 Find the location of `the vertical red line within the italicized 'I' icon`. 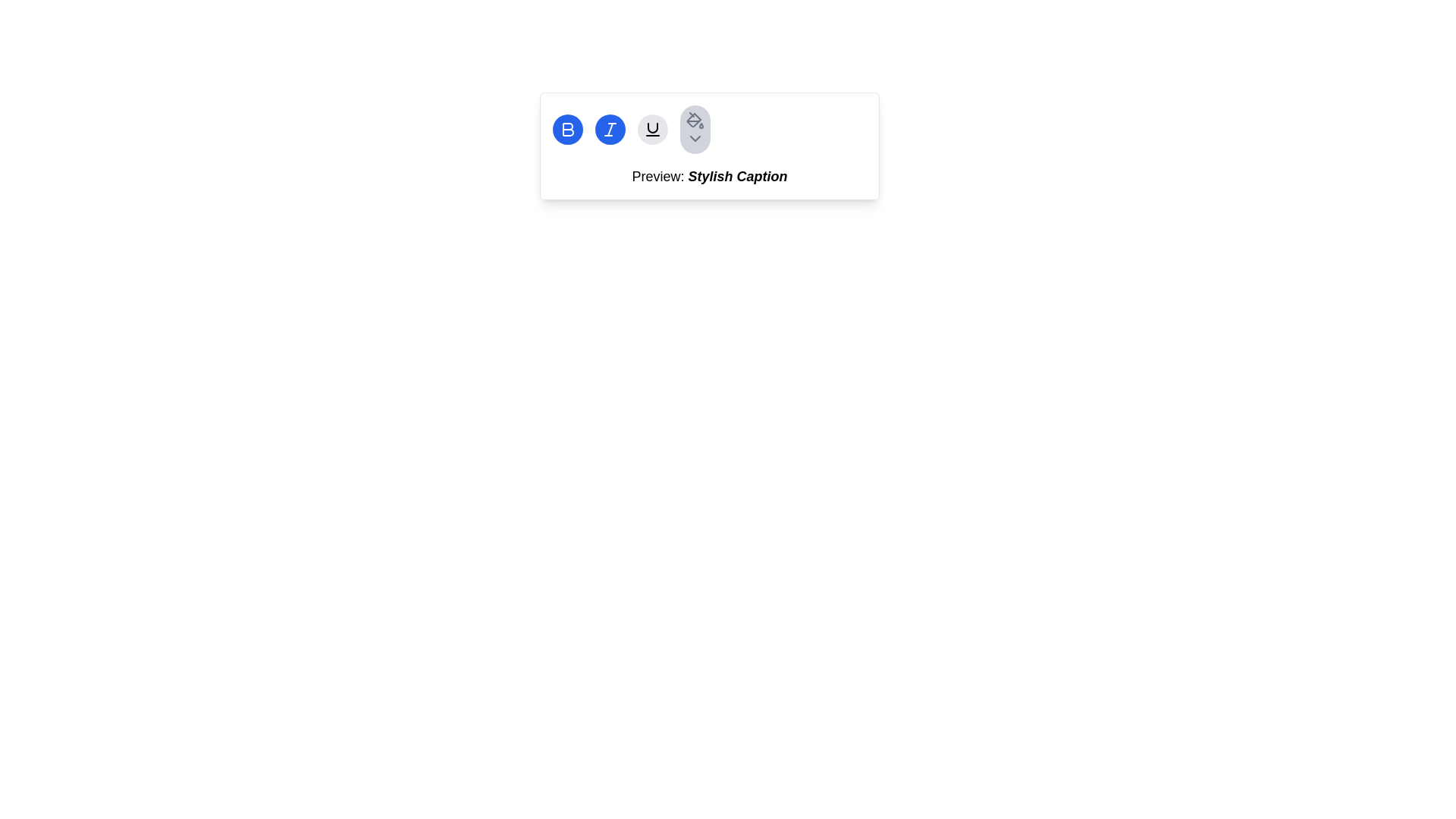

the vertical red line within the italicized 'I' icon is located at coordinates (610, 128).